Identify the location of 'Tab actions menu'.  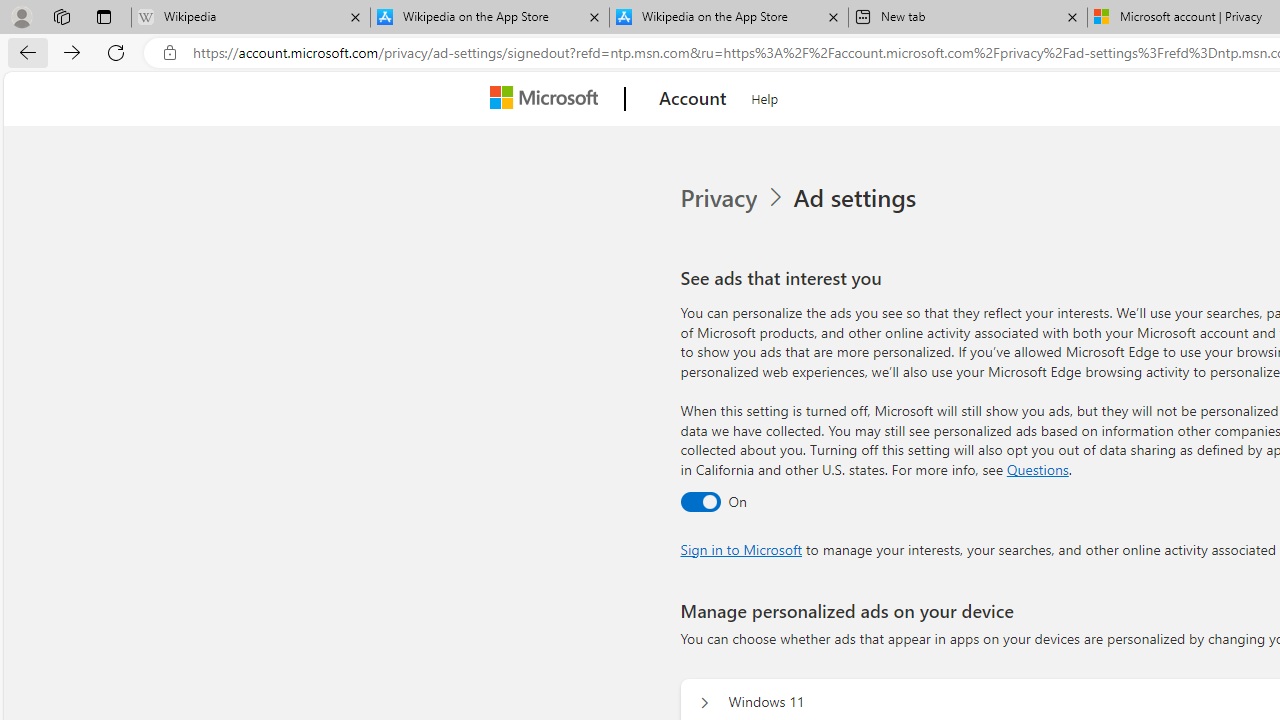
(103, 16).